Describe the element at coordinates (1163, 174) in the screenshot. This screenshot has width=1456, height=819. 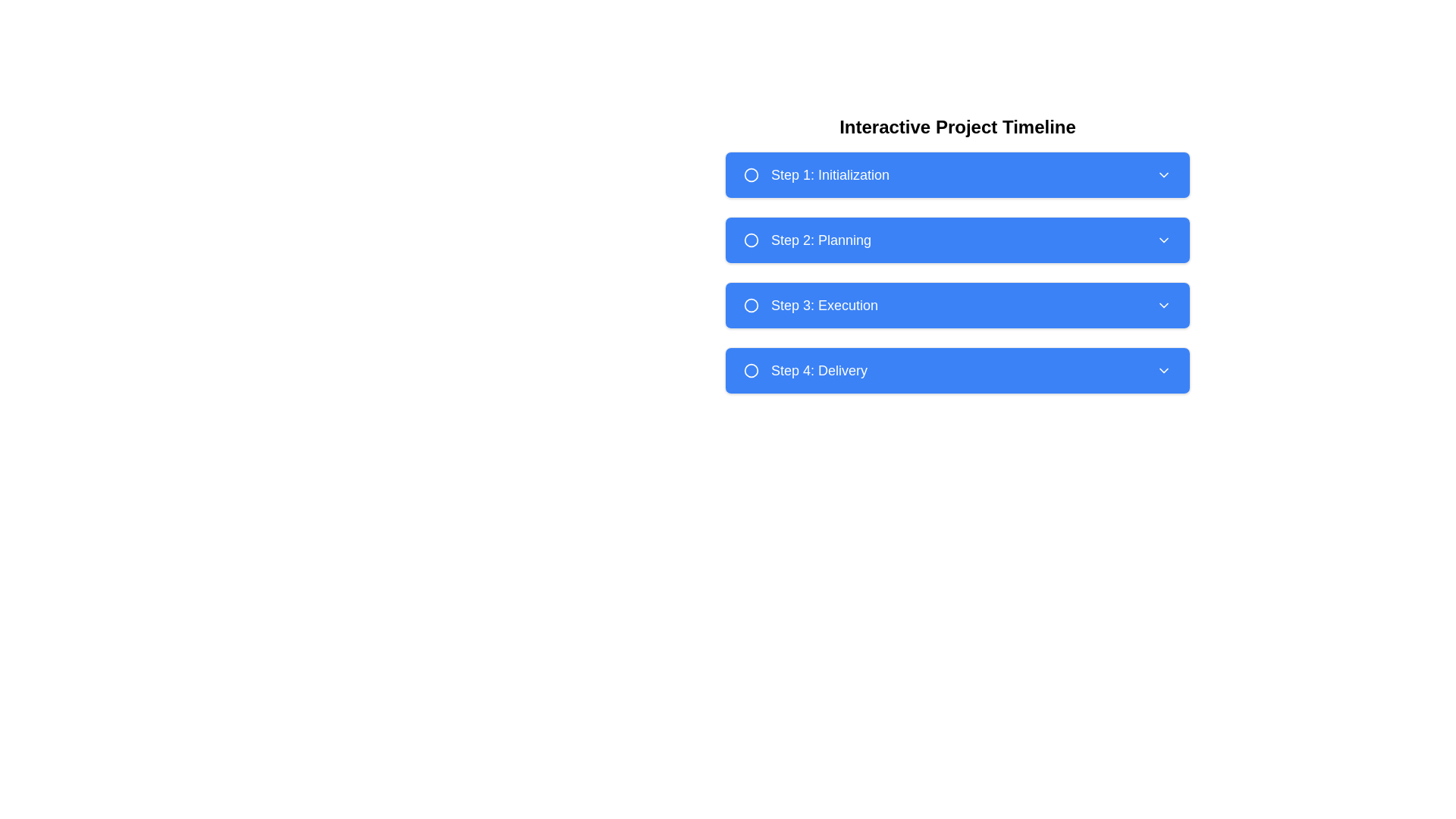
I see `the icon located at the rightmost end of the 'Step 1: Initialization' section` at that location.